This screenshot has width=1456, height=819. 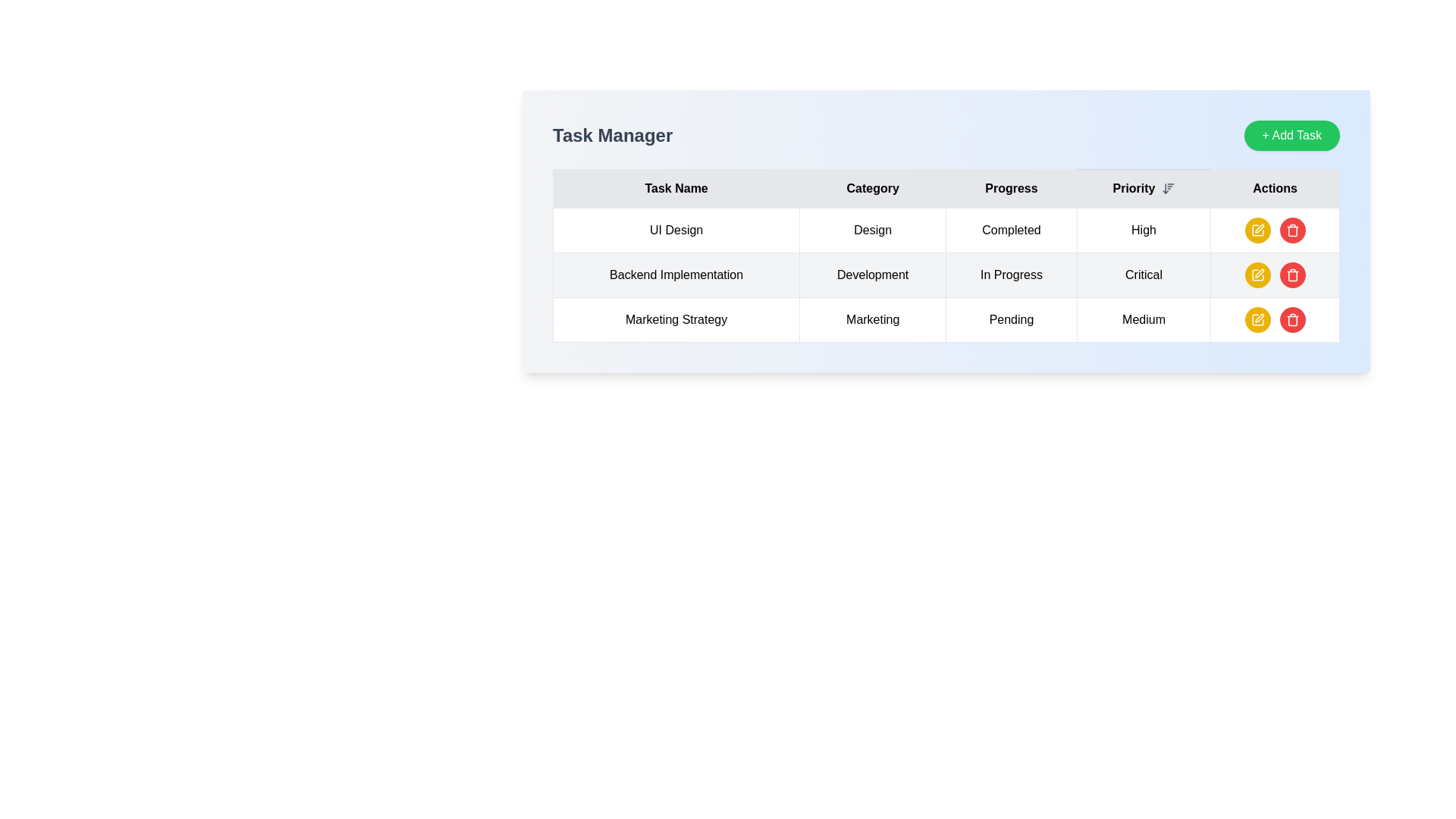 I want to click on the pen icon representing the edit action located in the Actions column of the third row of the table, adjacent to the Marketing Strategy task, so click(x=1259, y=228).